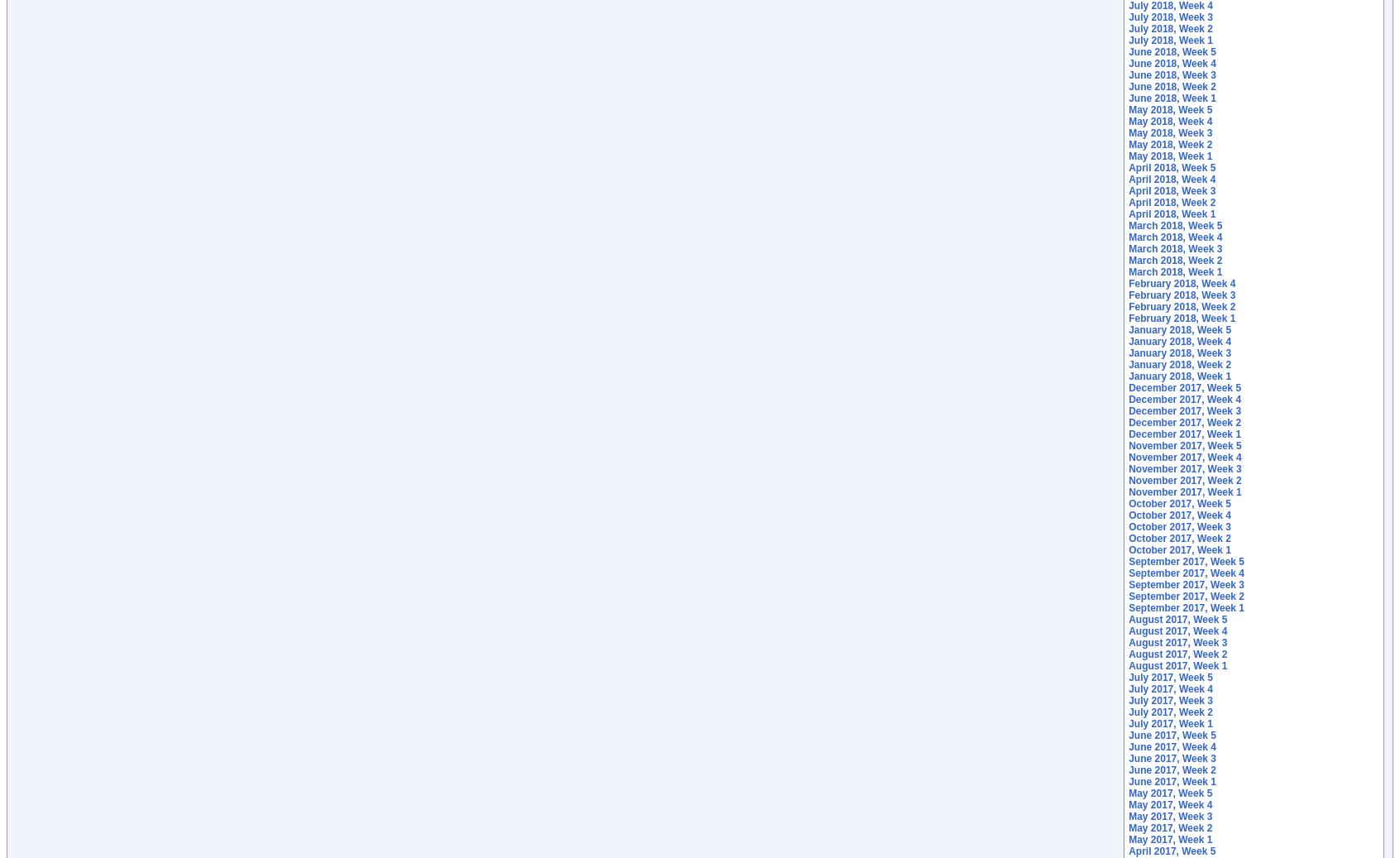  Describe the element at coordinates (1172, 759) in the screenshot. I see `'June 2017, Week 3'` at that location.